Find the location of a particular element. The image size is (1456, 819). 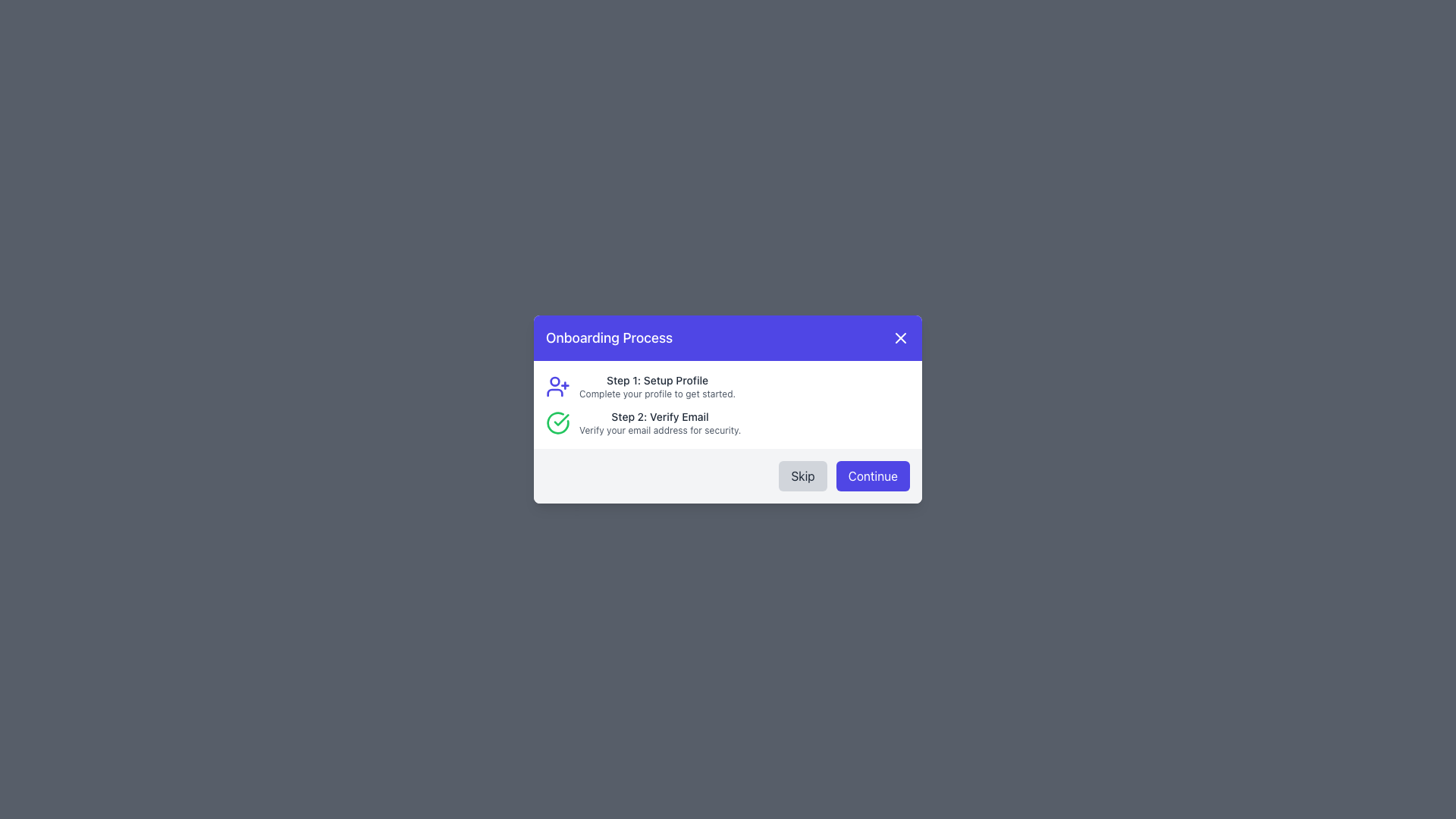

the close button, which is a minimalist icon with a white 'X' in a purple square, located in the top-right corner of the dialog header for 'Onboarding Process' is located at coordinates (901, 337).